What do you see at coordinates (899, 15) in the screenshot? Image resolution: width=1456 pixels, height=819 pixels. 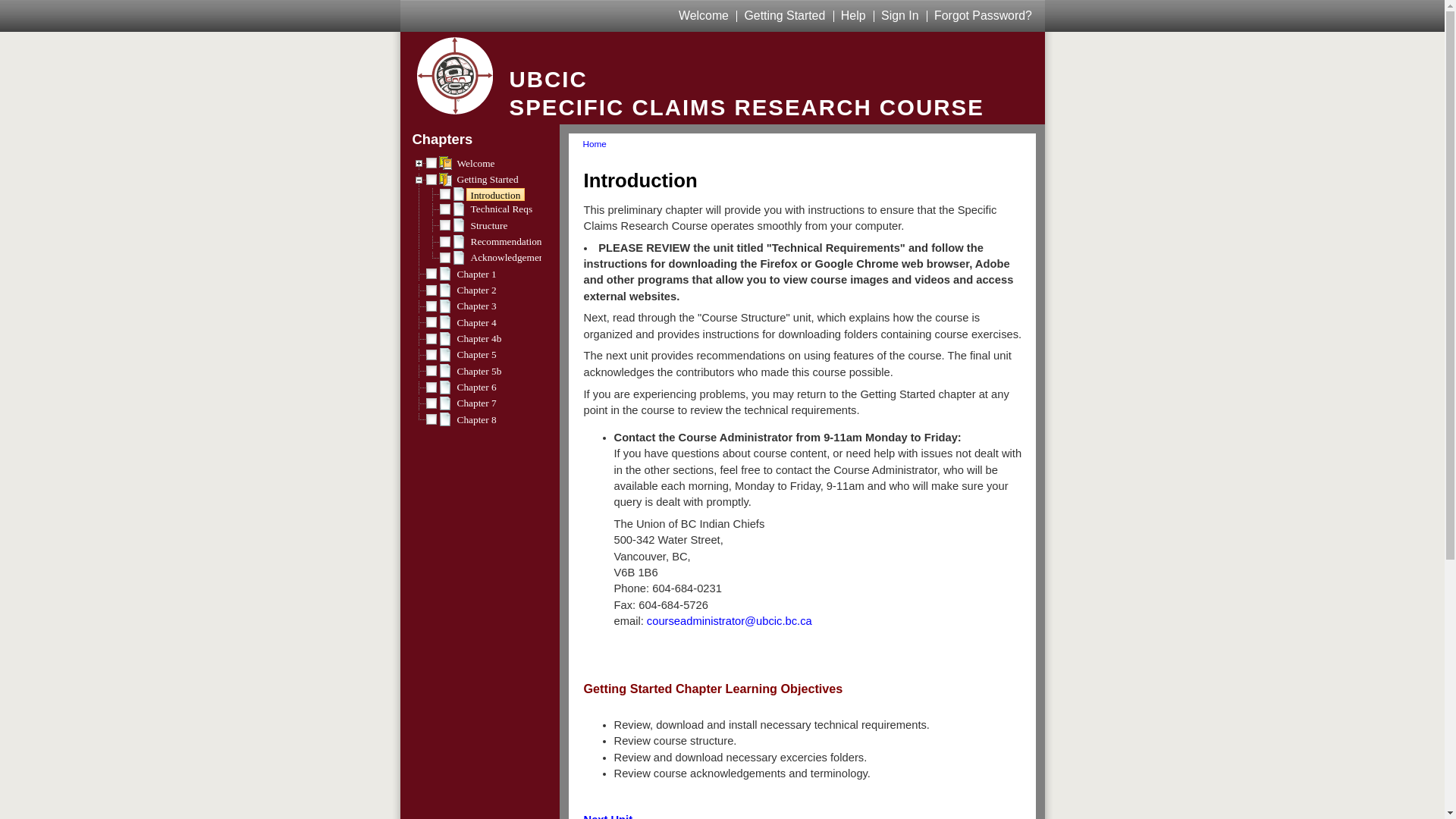 I see `'Sign In'` at bounding box center [899, 15].